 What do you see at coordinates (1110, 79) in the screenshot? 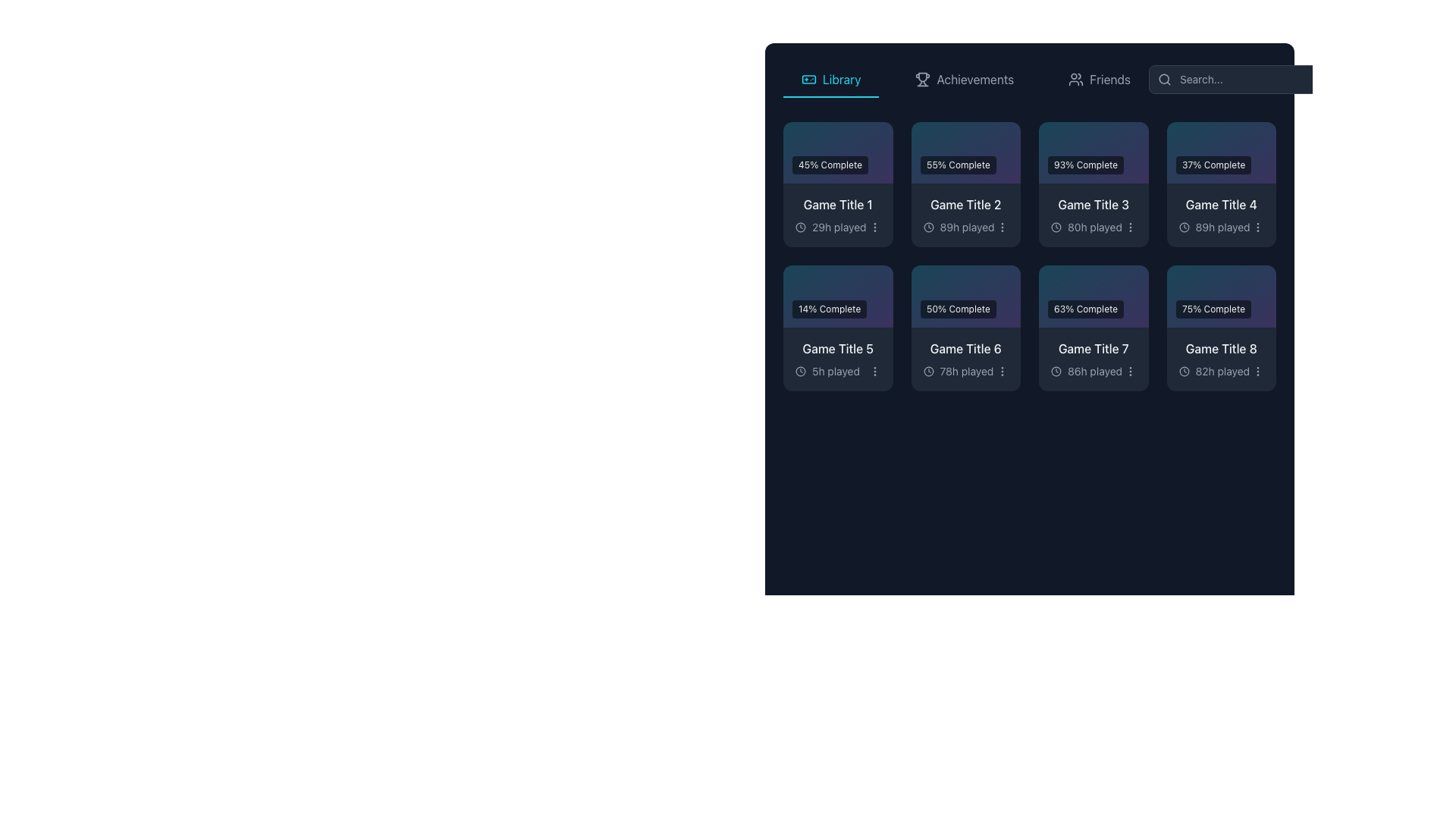
I see `the 'Friends' text label located in the top-right navigation bar, positioned to the left of the search bar` at bounding box center [1110, 79].